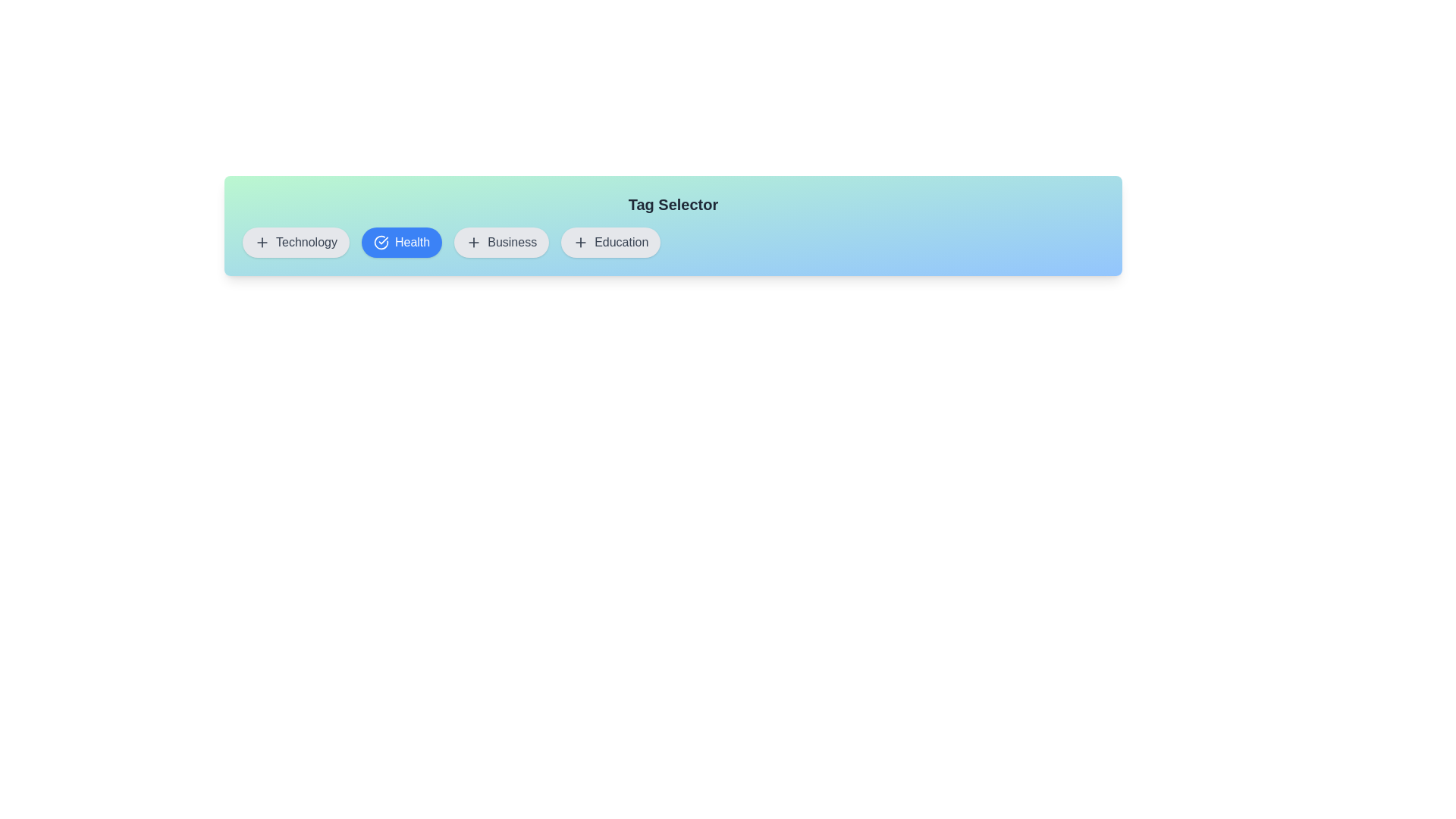 Image resolution: width=1456 pixels, height=819 pixels. Describe the element at coordinates (401, 242) in the screenshot. I see `the button labeled Health` at that location.